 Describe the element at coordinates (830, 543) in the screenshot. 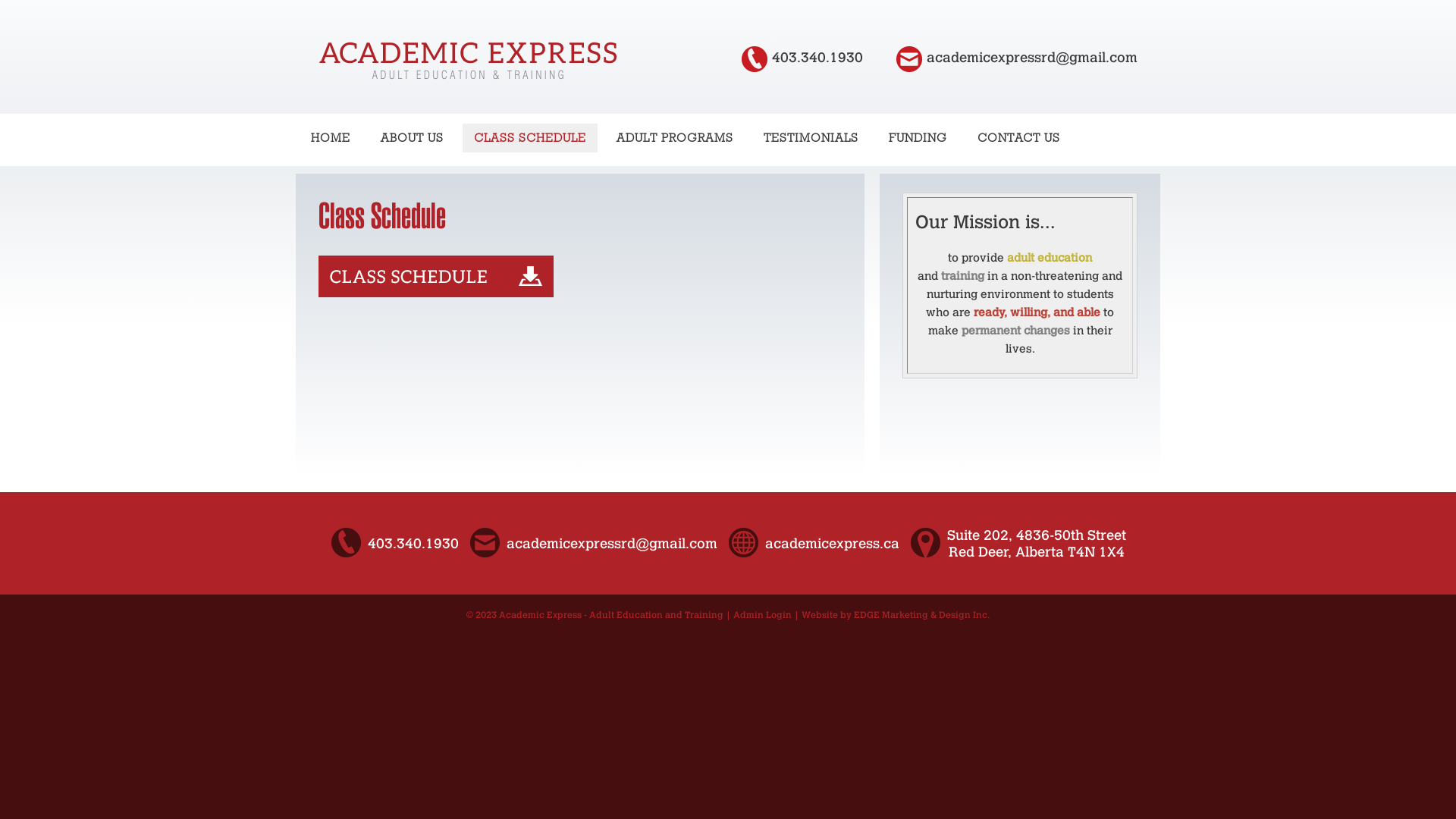

I see `'academicexpress.ca'` at that location.